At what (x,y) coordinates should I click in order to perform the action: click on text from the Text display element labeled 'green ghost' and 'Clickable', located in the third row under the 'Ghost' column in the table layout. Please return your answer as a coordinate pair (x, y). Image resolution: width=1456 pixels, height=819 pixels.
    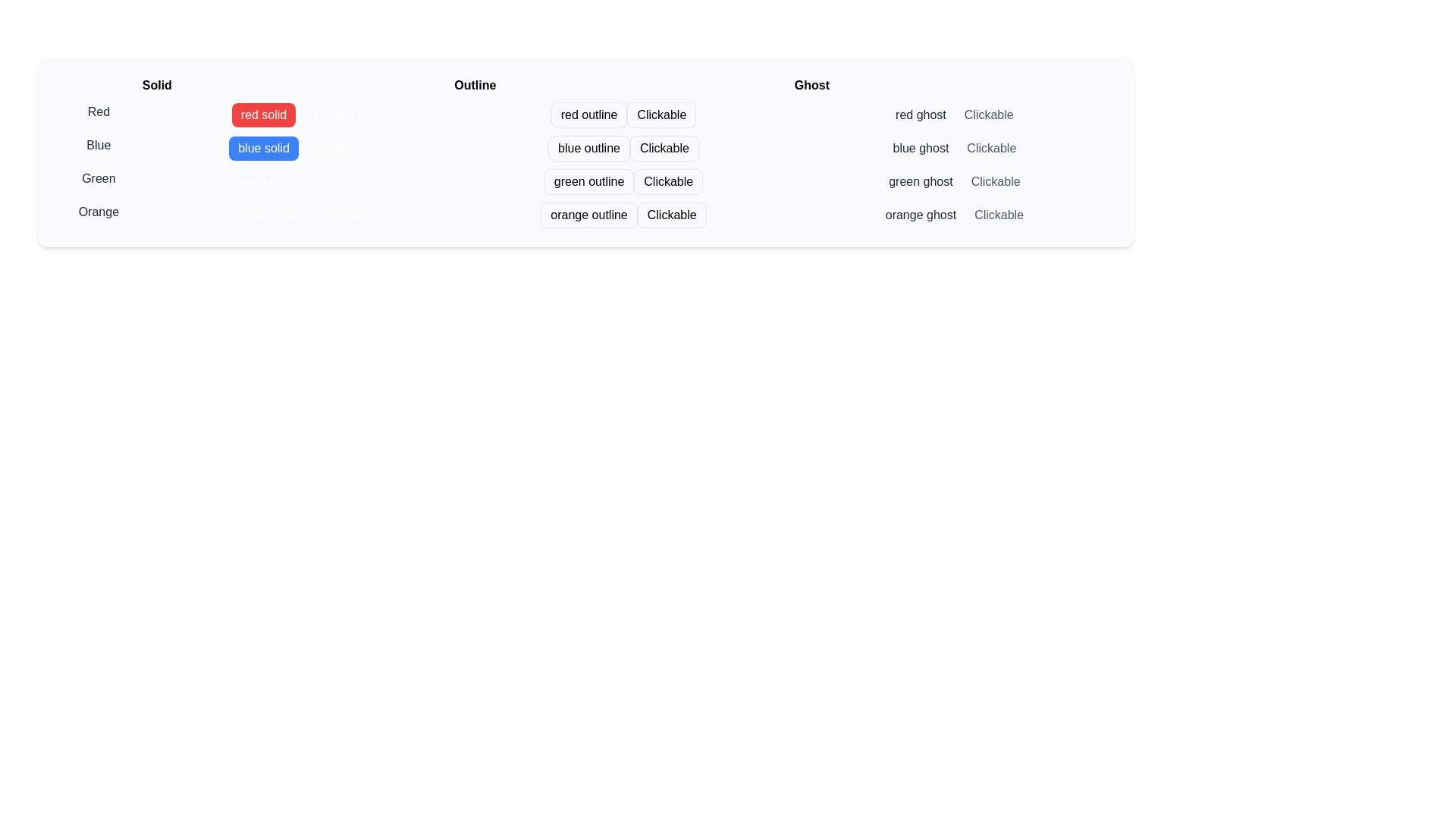
    Looking at the image, I should click on (953, 177).